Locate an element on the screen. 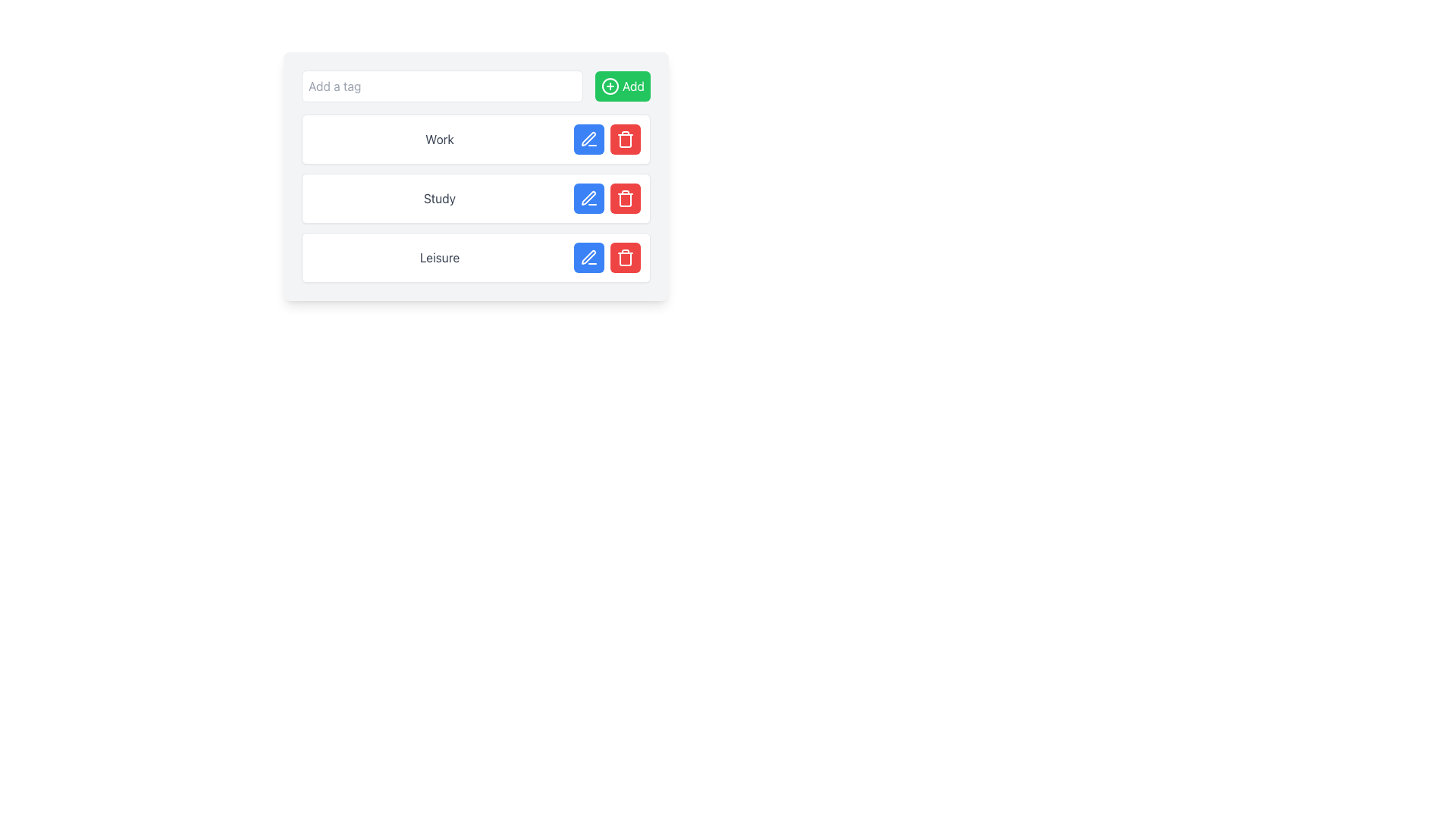  the ornamental icon representing the 'Add' button, located at the top right of the interface within a green rectangular button is located at coordinates (610, 86).